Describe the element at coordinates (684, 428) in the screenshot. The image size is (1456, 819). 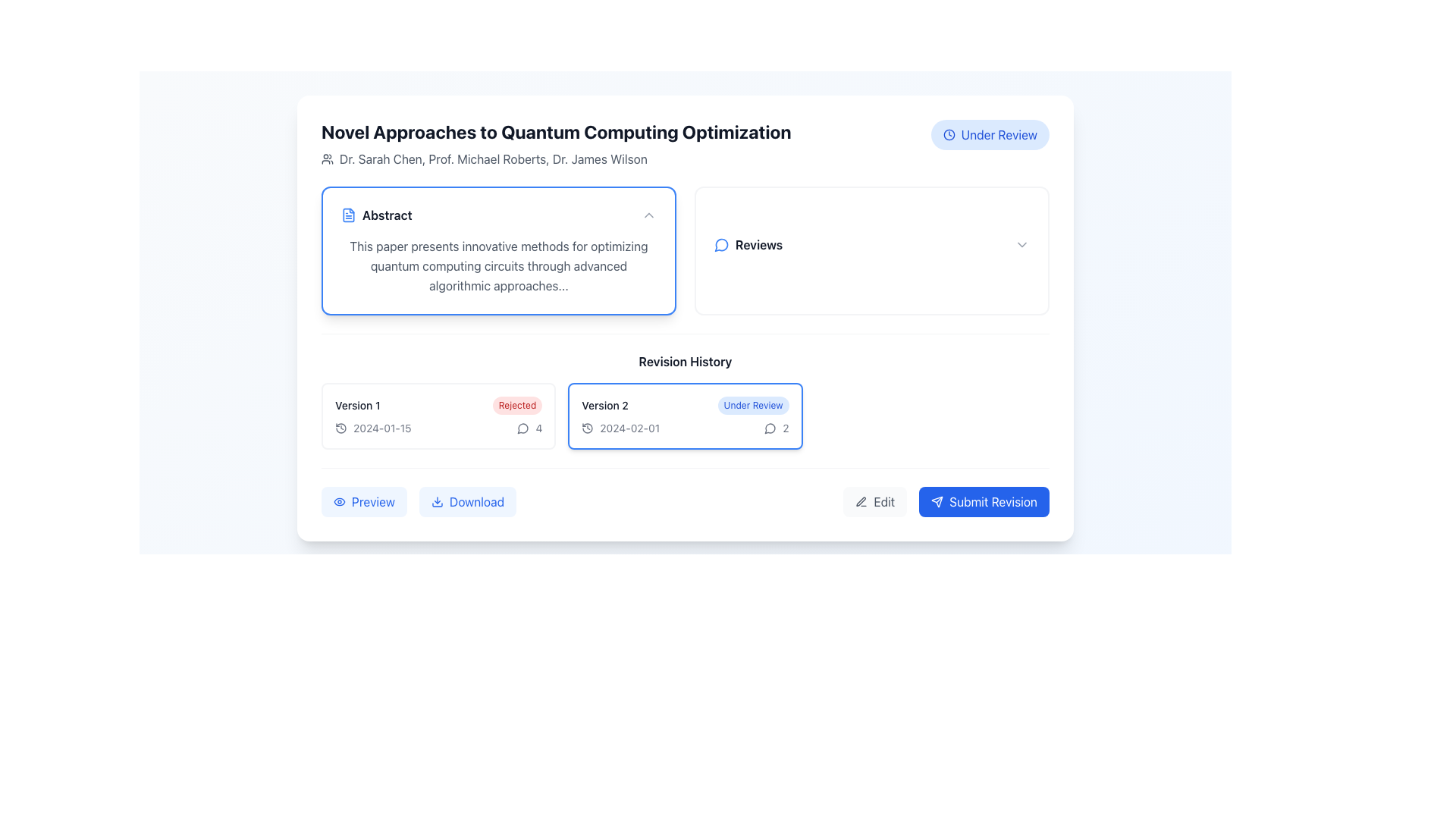
I see `the textual display component indicating a date and version number, located centrally within the 'Version 2' section under 'Revision History', below 'Under Review'` at that location.